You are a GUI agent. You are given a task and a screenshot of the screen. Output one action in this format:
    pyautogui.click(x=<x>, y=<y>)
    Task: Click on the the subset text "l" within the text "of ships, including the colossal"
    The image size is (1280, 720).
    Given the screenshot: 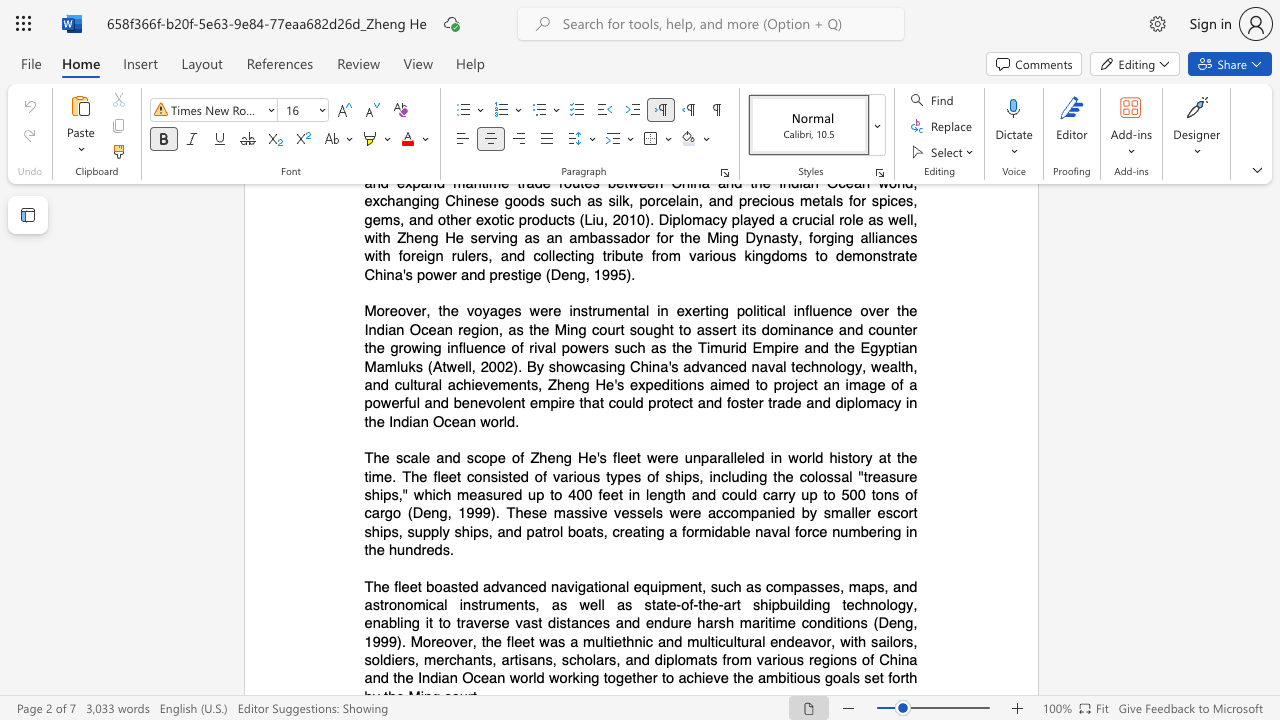 What is the action you would take?
    pyautogui.click(x=849, y=476)
    